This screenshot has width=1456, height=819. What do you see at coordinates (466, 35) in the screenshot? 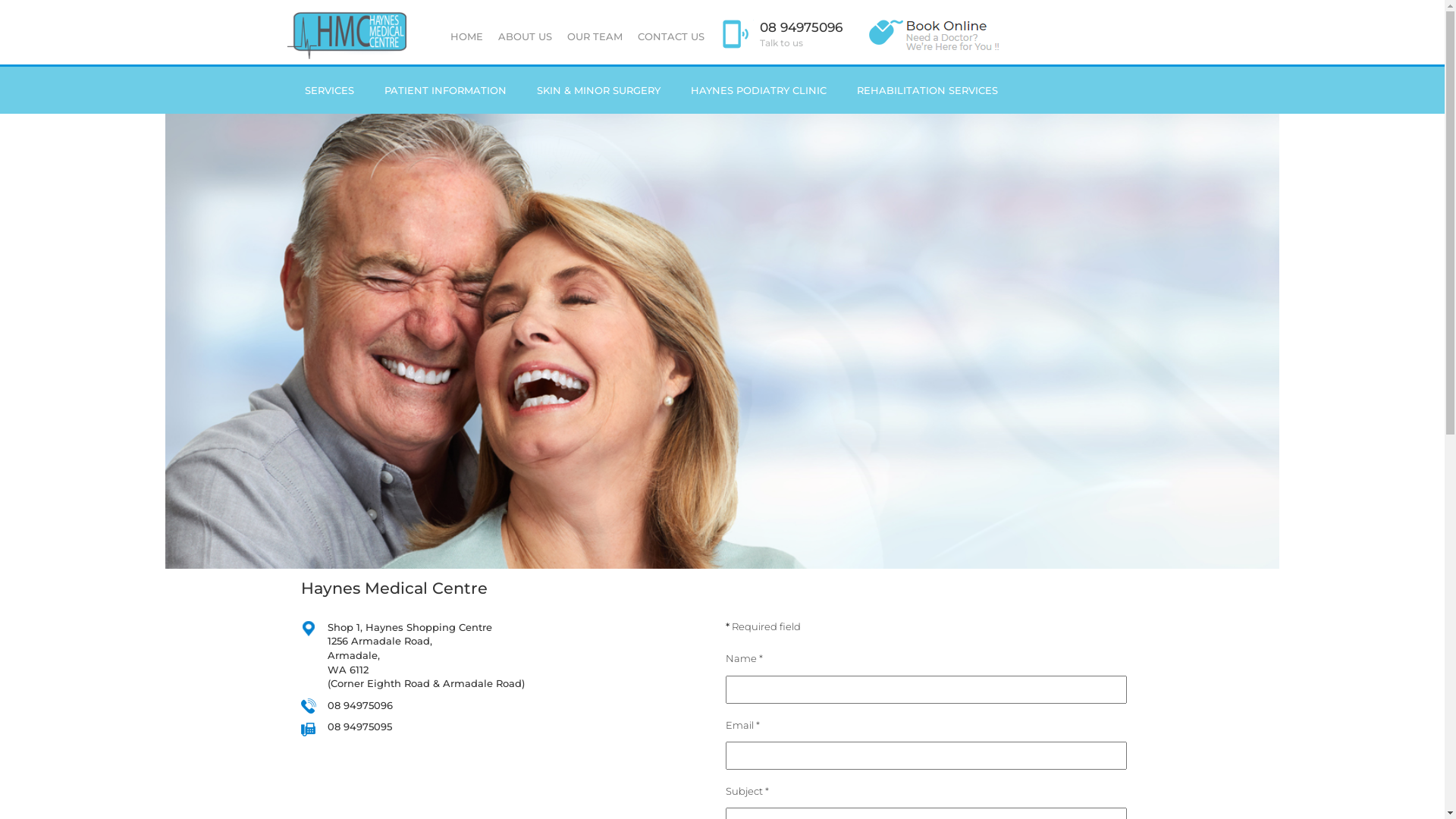
I see `'HOME'` at bounding box center [466, 35].